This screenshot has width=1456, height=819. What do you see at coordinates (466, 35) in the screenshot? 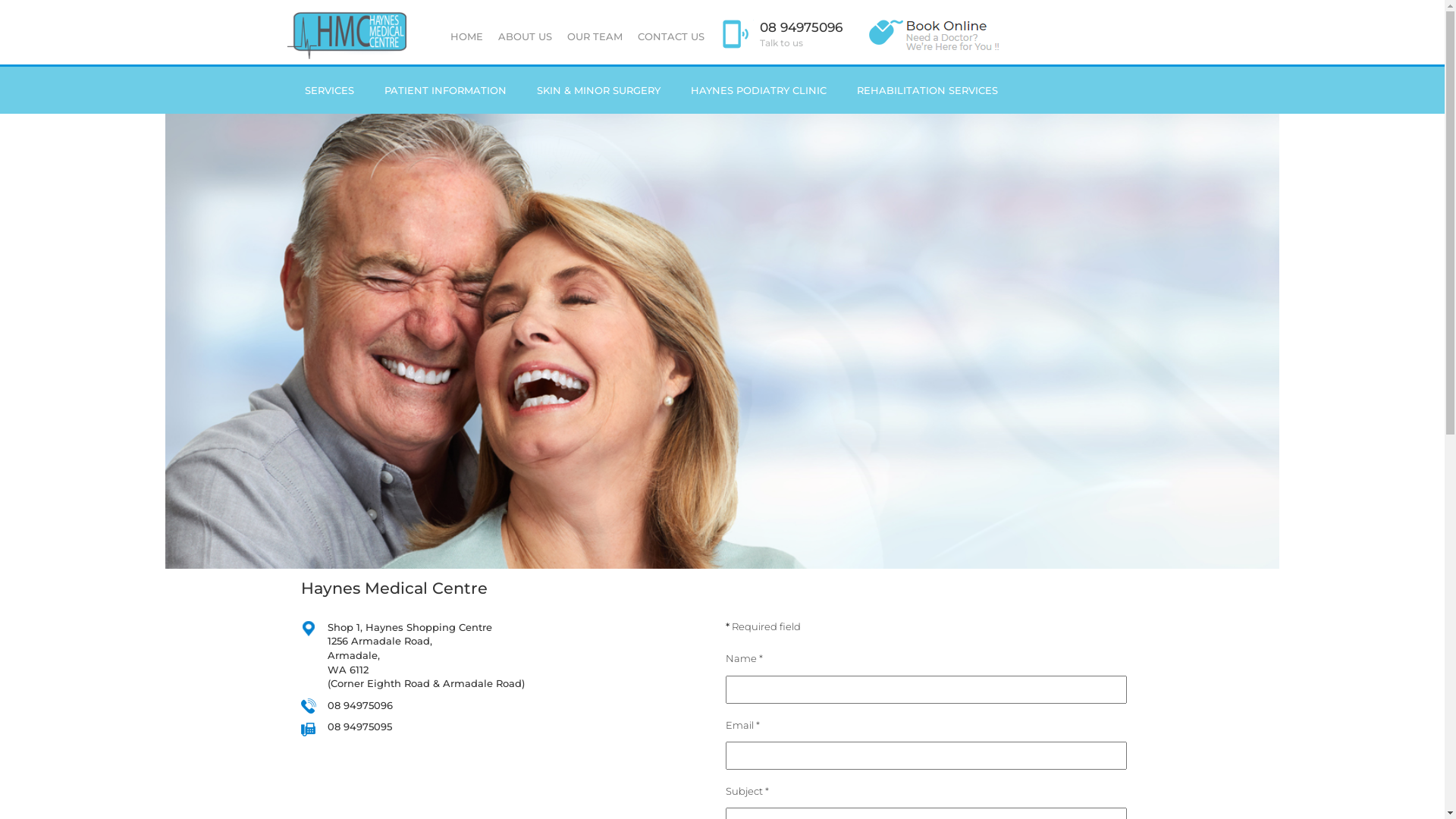
I see `'HOME'` at bounding box center [466, 35].